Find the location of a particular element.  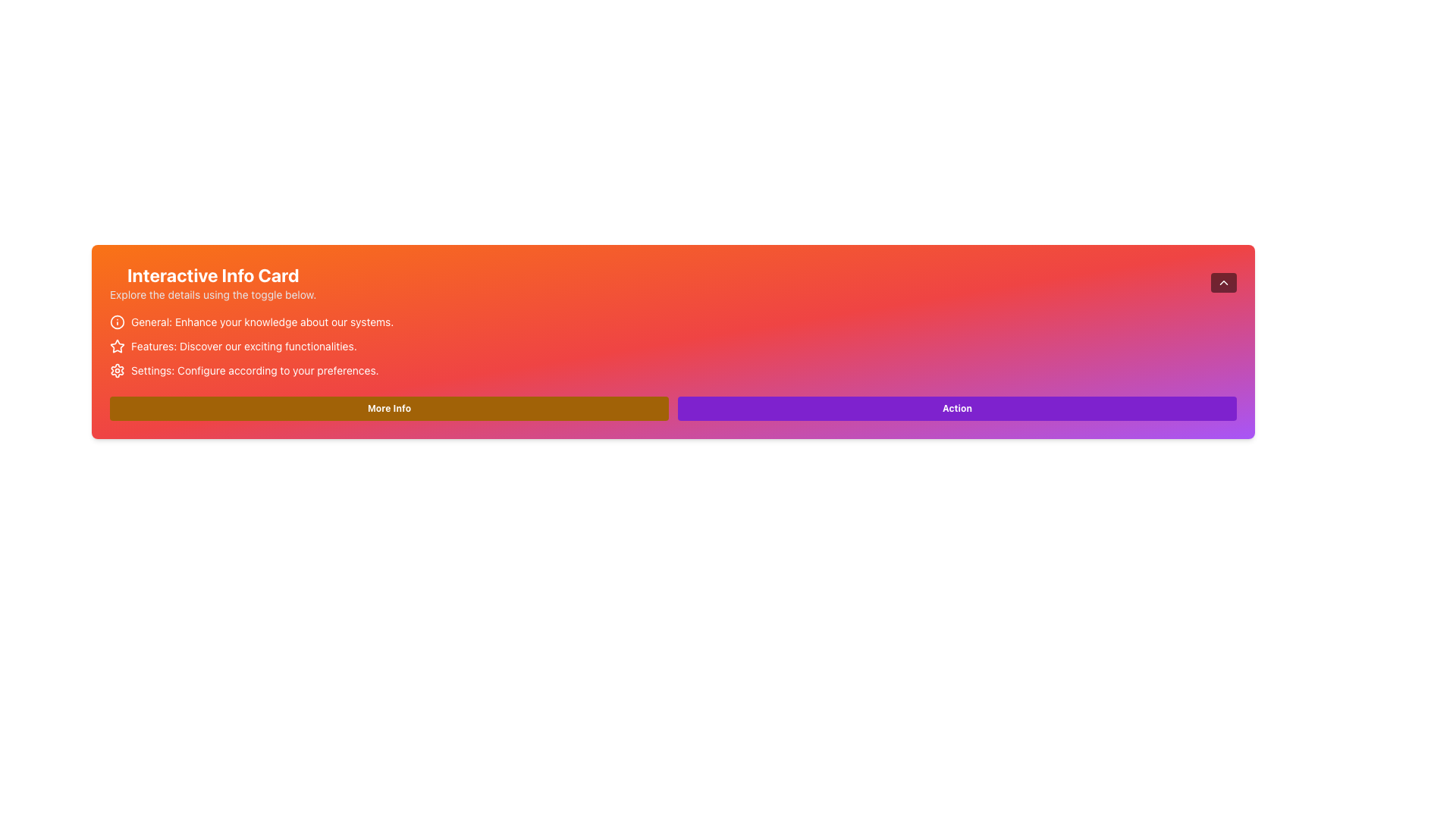

the star-shaped icon located to the left of the text 'Features: Discover our exciting functionalities.' This icon is the second in a vertical list of items including 'General' and 'Settings.' is located at coordinates (116, 346).